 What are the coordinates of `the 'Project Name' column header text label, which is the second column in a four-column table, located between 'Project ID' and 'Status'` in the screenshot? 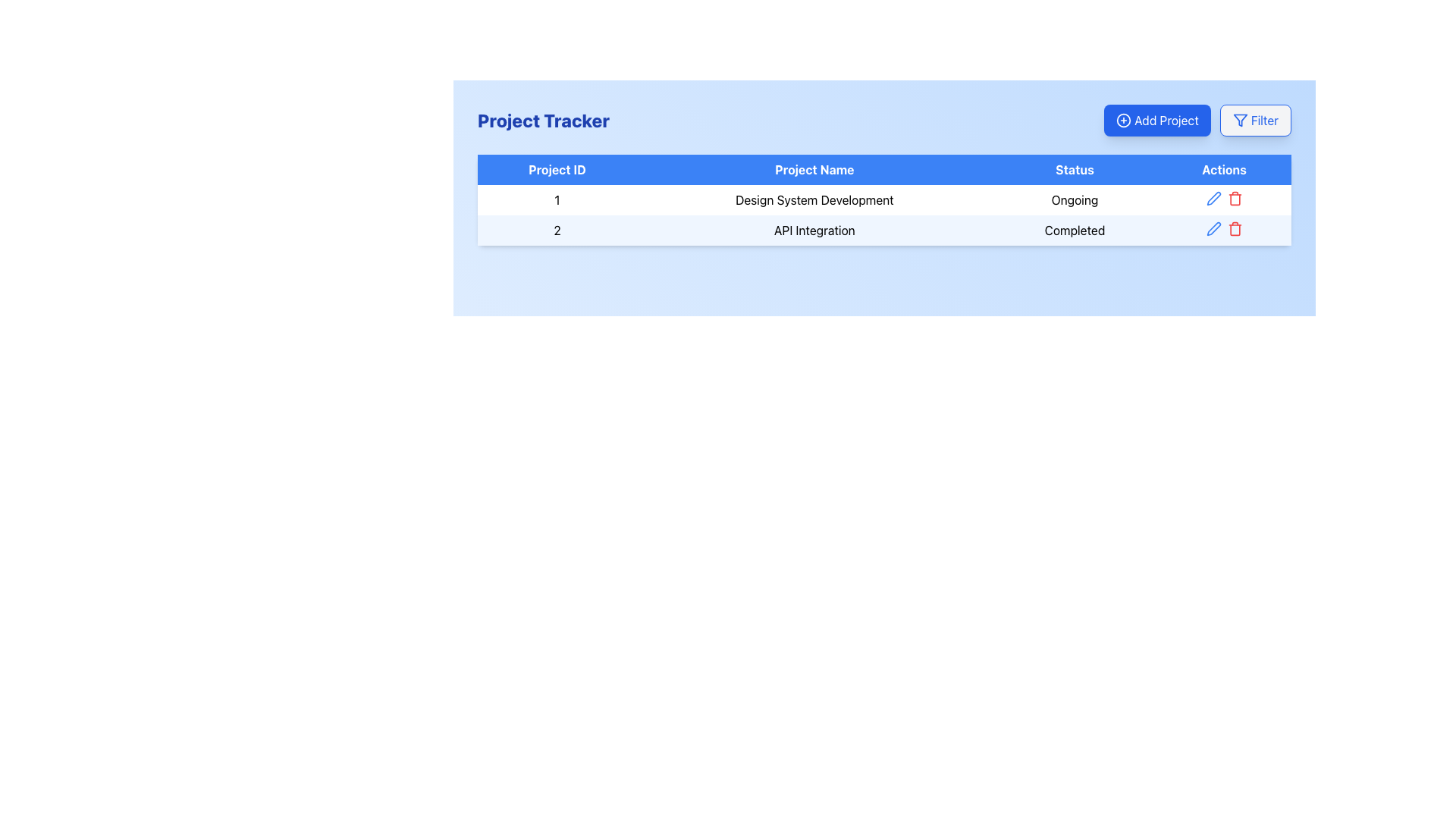 It's located at (814, 169).